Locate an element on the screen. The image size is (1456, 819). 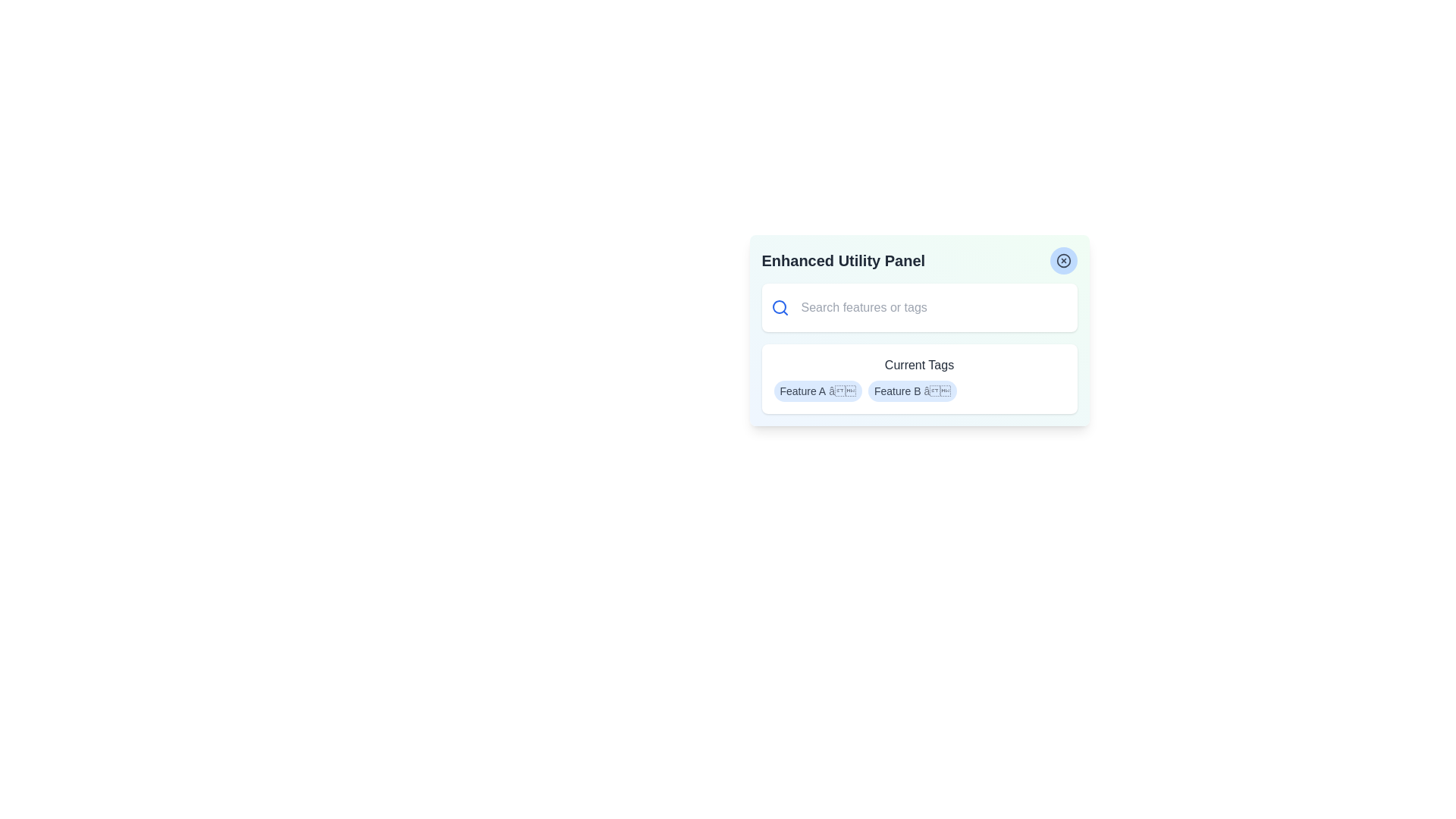
the cancel icon, which is a circular shape with an 'X' inside, located in the top-right corner of the Enhanced Utility Panel is located at coordinates (1062, 259).